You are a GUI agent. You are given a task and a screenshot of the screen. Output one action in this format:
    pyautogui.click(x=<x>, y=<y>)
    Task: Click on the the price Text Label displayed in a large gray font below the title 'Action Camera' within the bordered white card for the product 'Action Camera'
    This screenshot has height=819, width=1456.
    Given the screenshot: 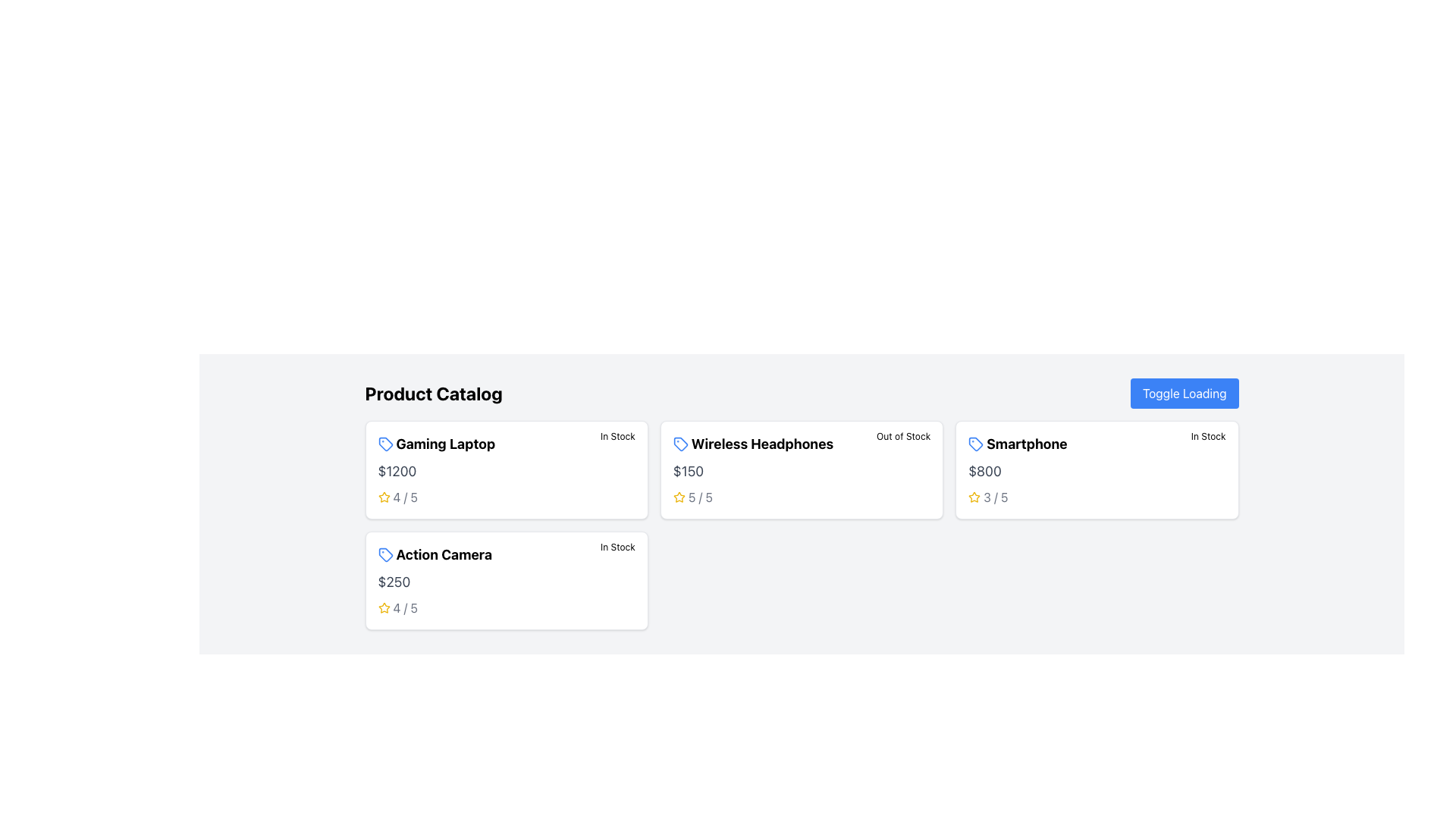 What is the action you would take?
    pyautogui.click(x=394, y=581)
    